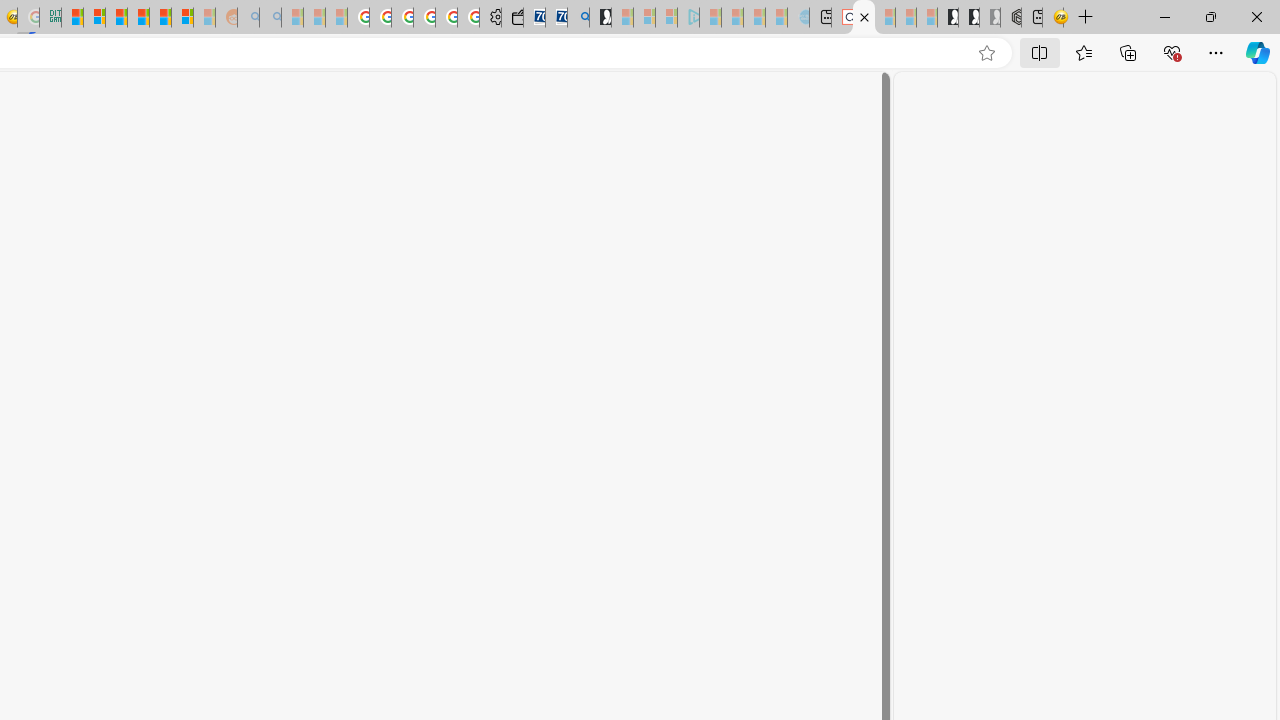  Describe the element at coordinates (1215, 51) in the screenshot. I see `'Settings and more (Alt+F)'` at that location.